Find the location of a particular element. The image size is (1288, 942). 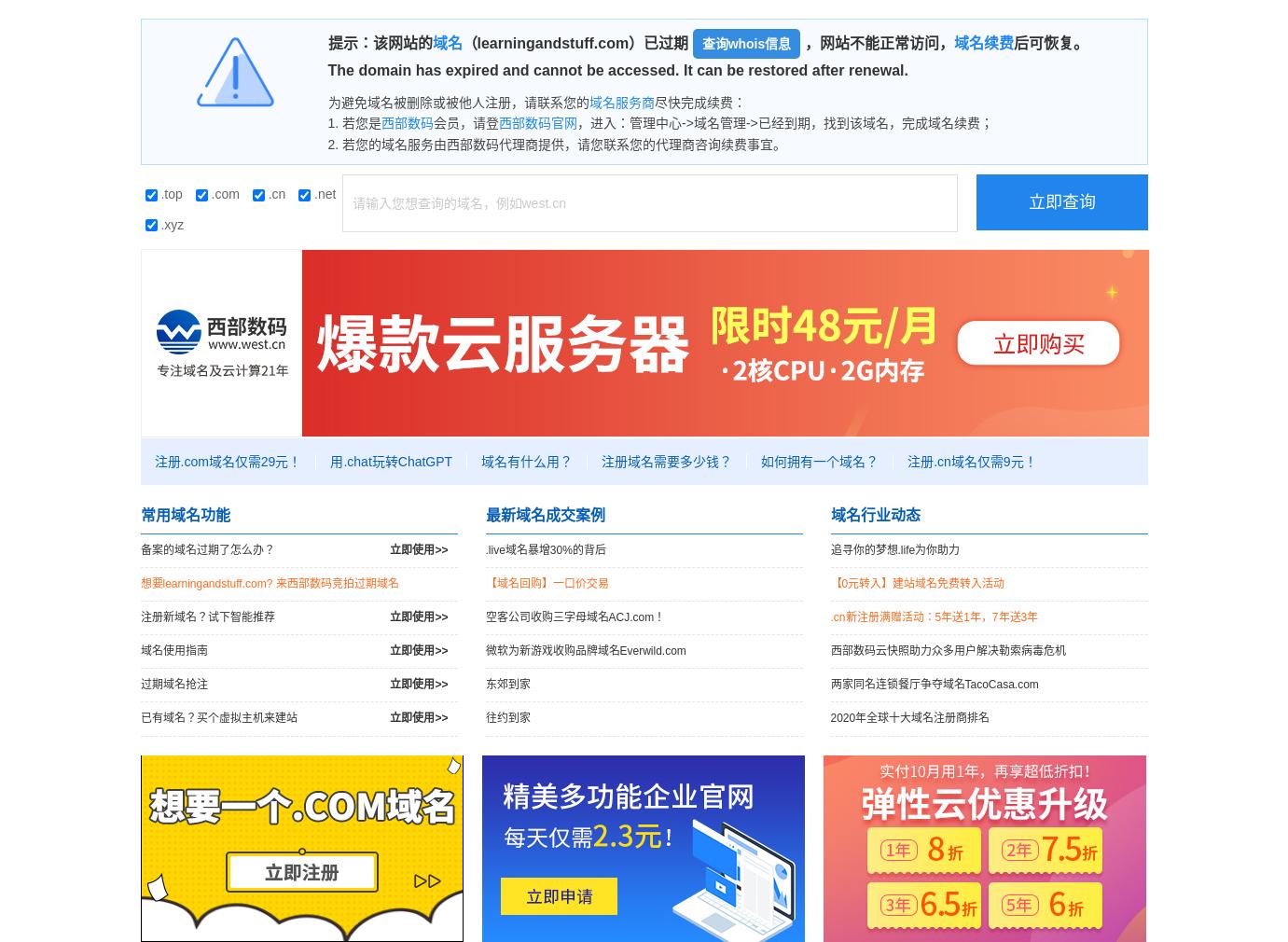

'【0元转入】建站域名免费转入活动' is located at coordinates (916, 581).